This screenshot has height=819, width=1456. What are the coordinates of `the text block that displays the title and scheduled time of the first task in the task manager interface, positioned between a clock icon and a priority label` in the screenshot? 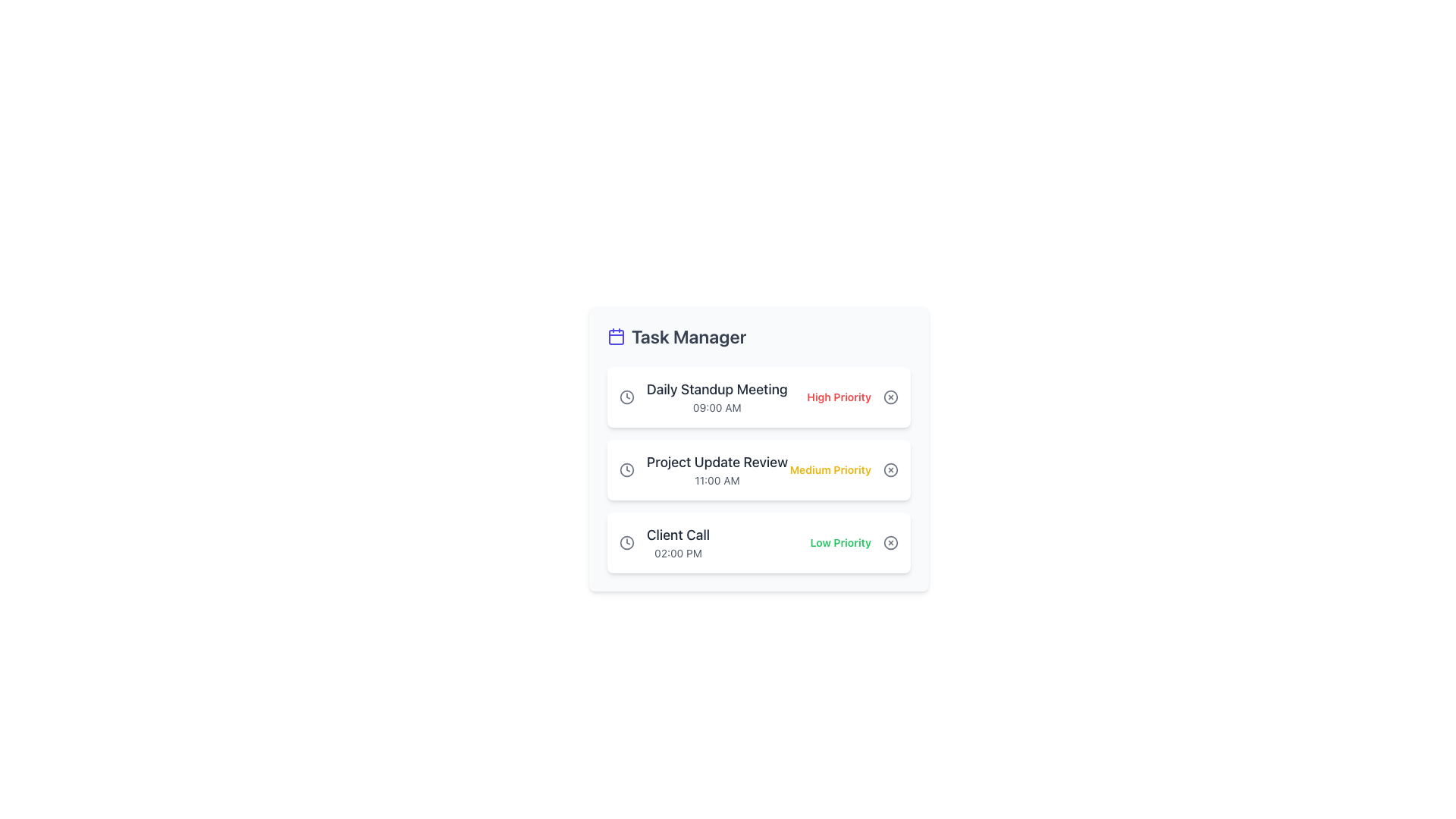 It's located at (716, 397).